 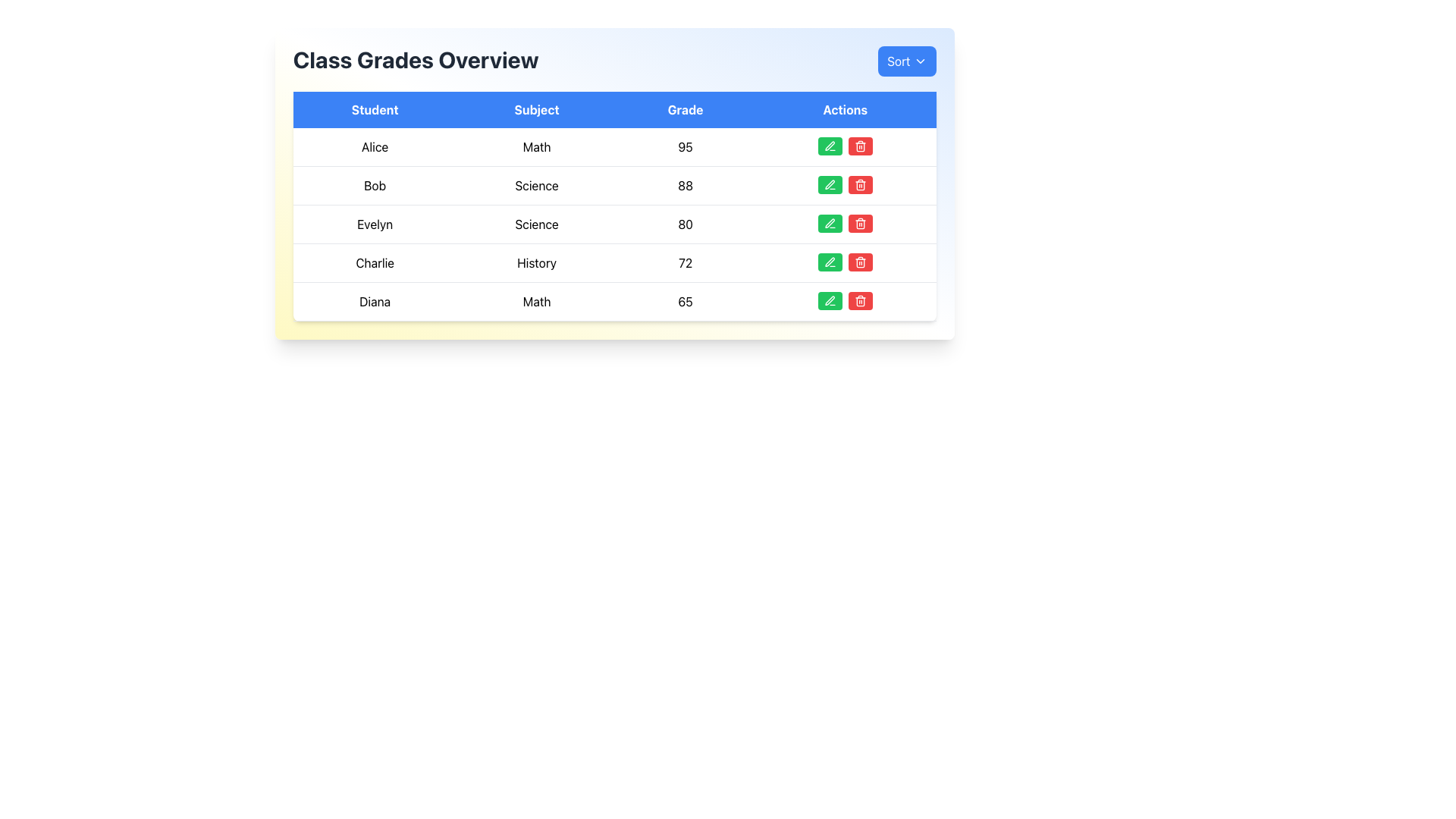 I want to click on the pencil icon in the 'Actions' column of the table, so click(x=829, y=262).